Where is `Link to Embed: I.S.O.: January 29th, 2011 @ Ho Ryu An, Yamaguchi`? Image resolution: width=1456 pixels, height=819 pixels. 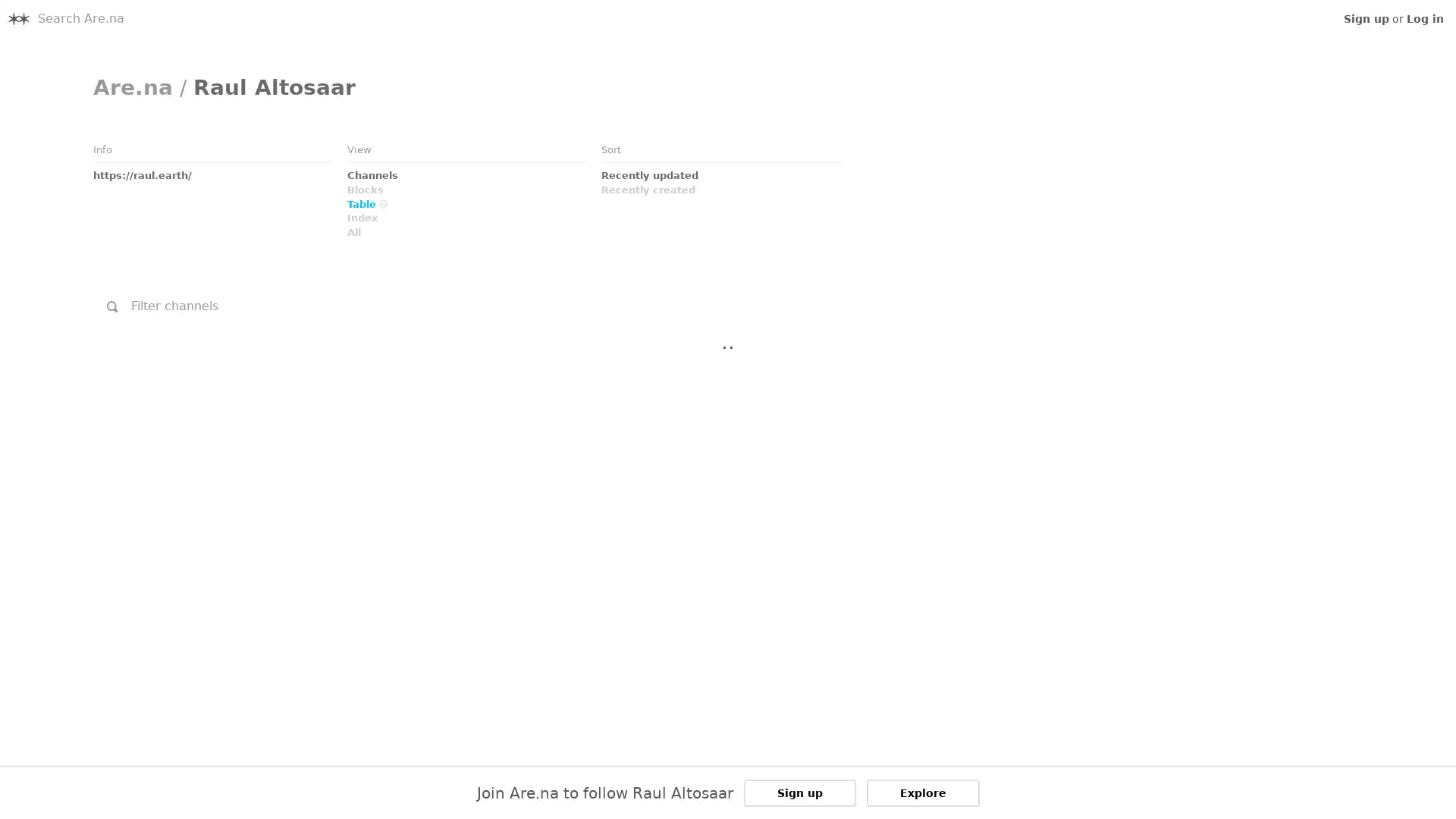 Link to Embed: I.S.O.: January 29th, 2011 @ Ho Ryu An, Yamaguchi is located at coordinates (719, 451).